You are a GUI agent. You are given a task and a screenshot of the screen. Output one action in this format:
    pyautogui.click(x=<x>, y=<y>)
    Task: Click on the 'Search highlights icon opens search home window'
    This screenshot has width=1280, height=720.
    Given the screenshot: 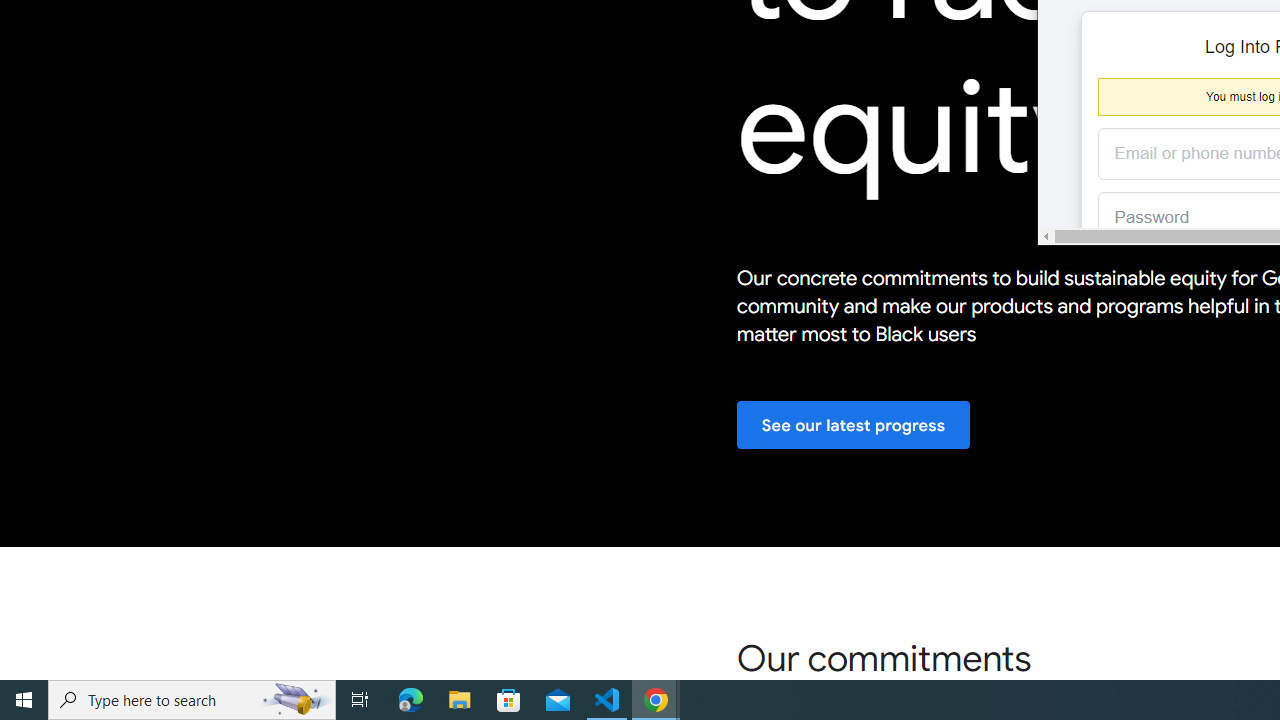 What is the action you would take?
    pyautogui.click(x=294, y=698)
    